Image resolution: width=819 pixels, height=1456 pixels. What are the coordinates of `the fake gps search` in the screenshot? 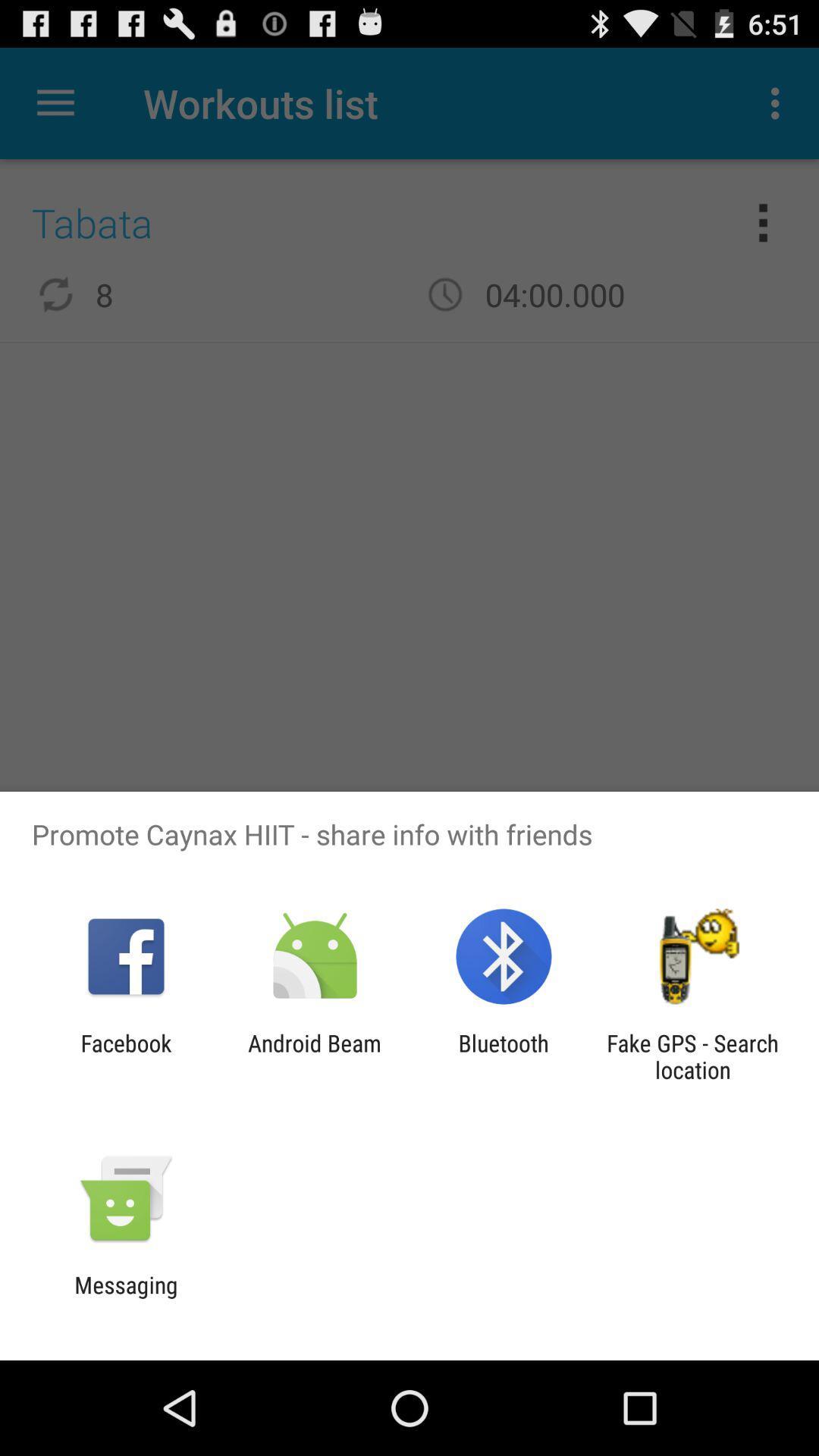 It's located at (692, 1056).